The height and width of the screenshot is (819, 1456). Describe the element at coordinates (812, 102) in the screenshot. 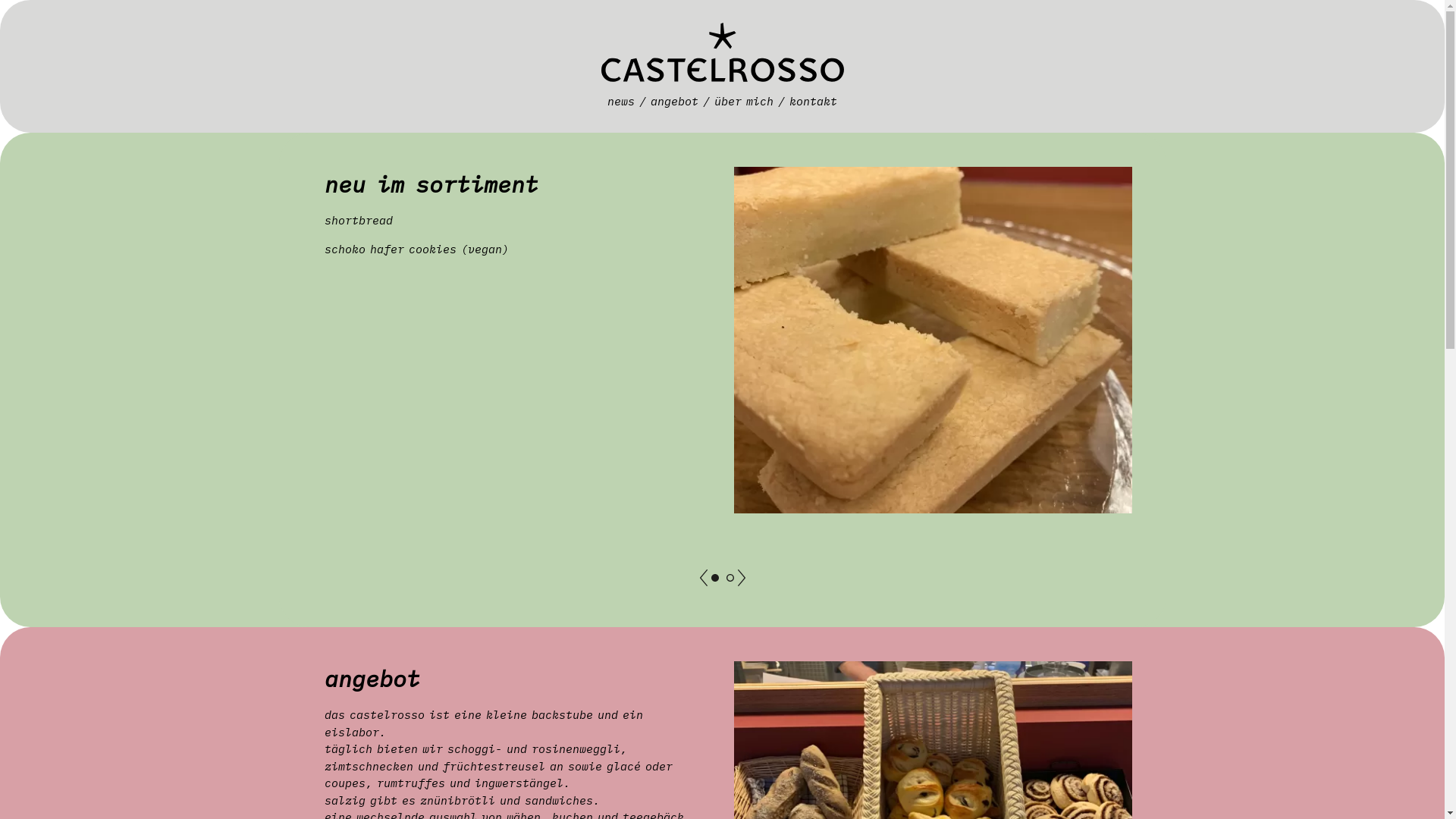

I see `'kontakt'` at that location.